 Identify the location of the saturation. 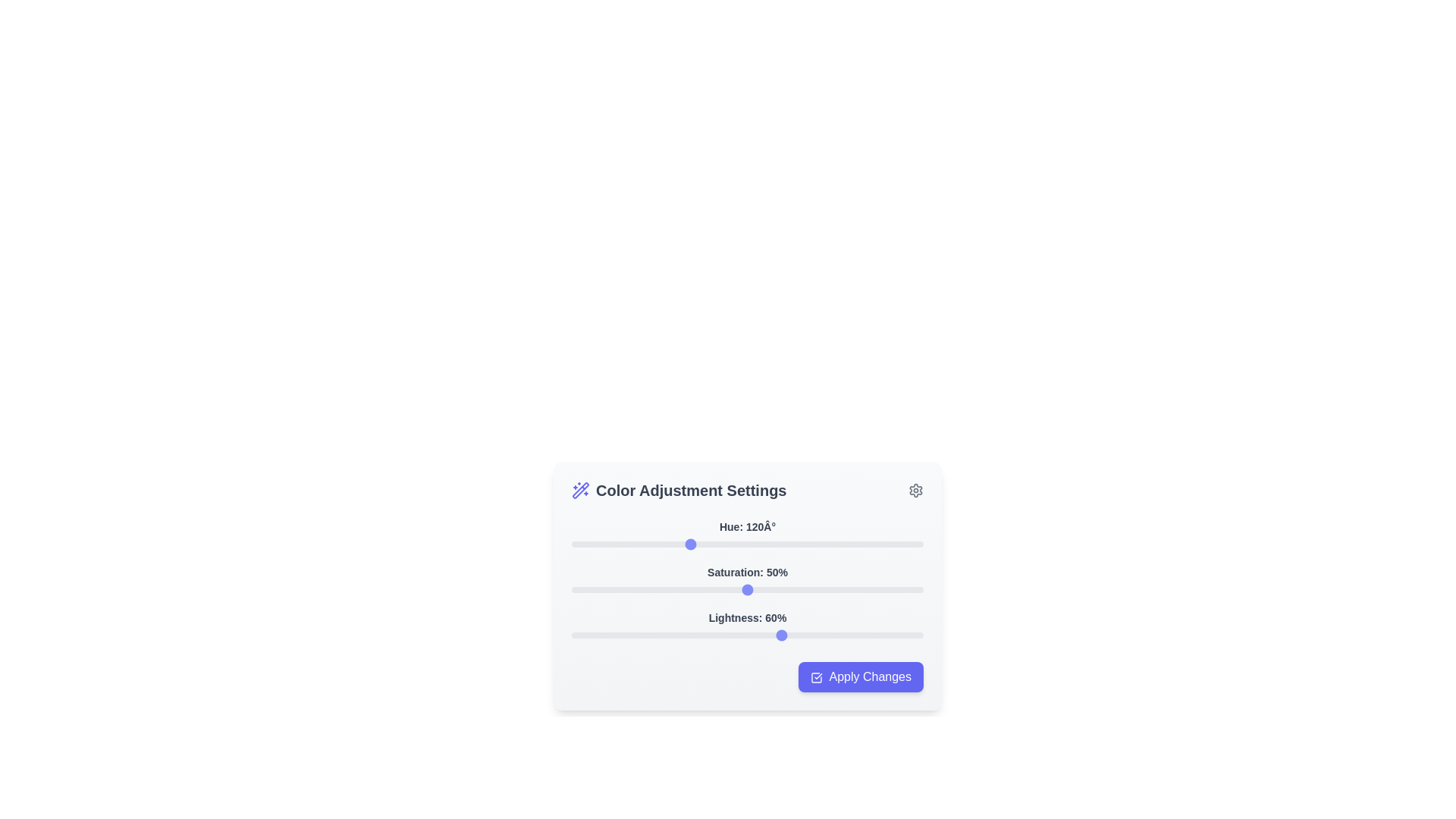
(744, 589).